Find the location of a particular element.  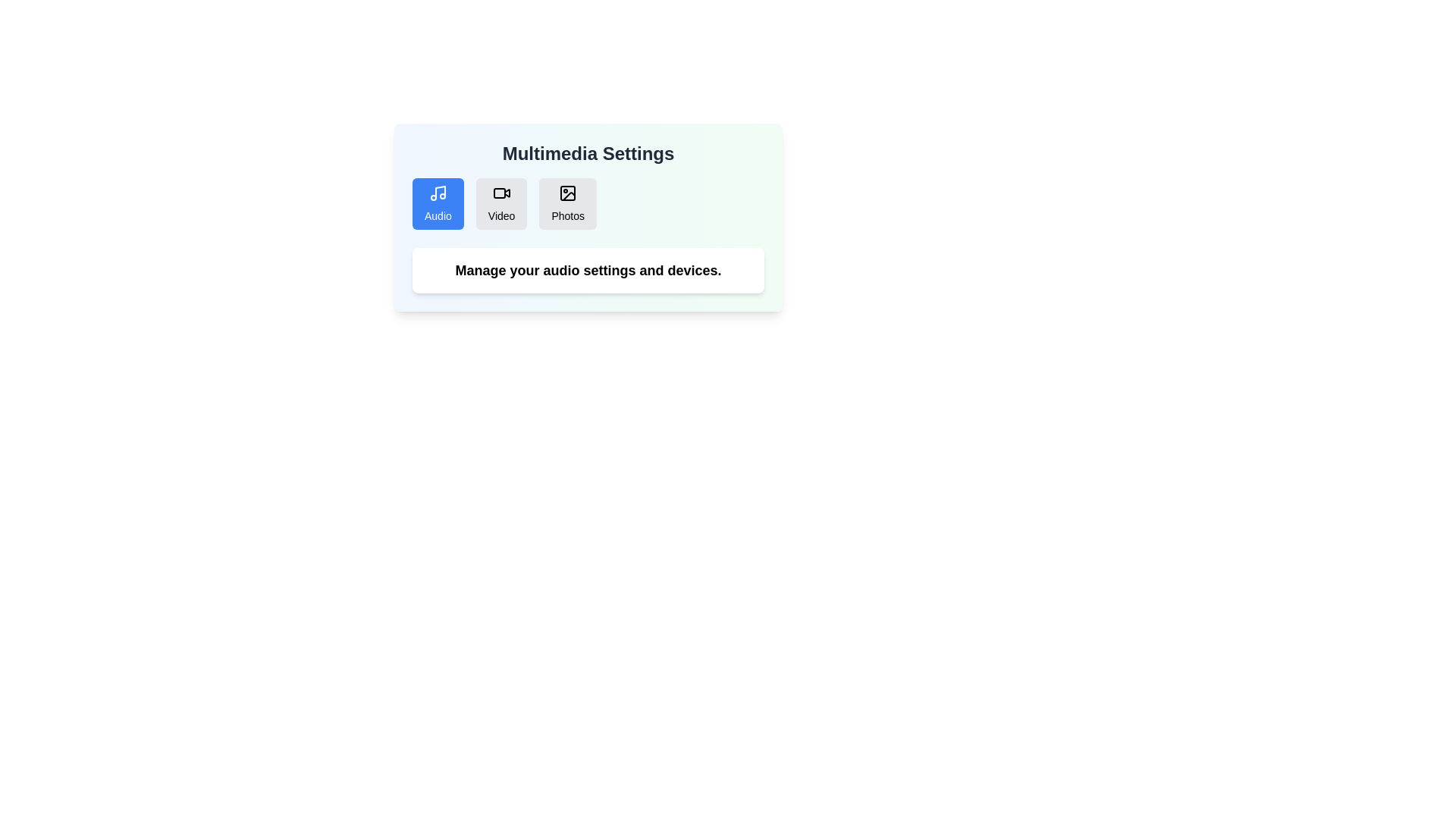

the video camera icon fragment located in the second button from the left in the row of three above the text 'Manage your audio settings and devices.' is located at coordinates (507, 192).